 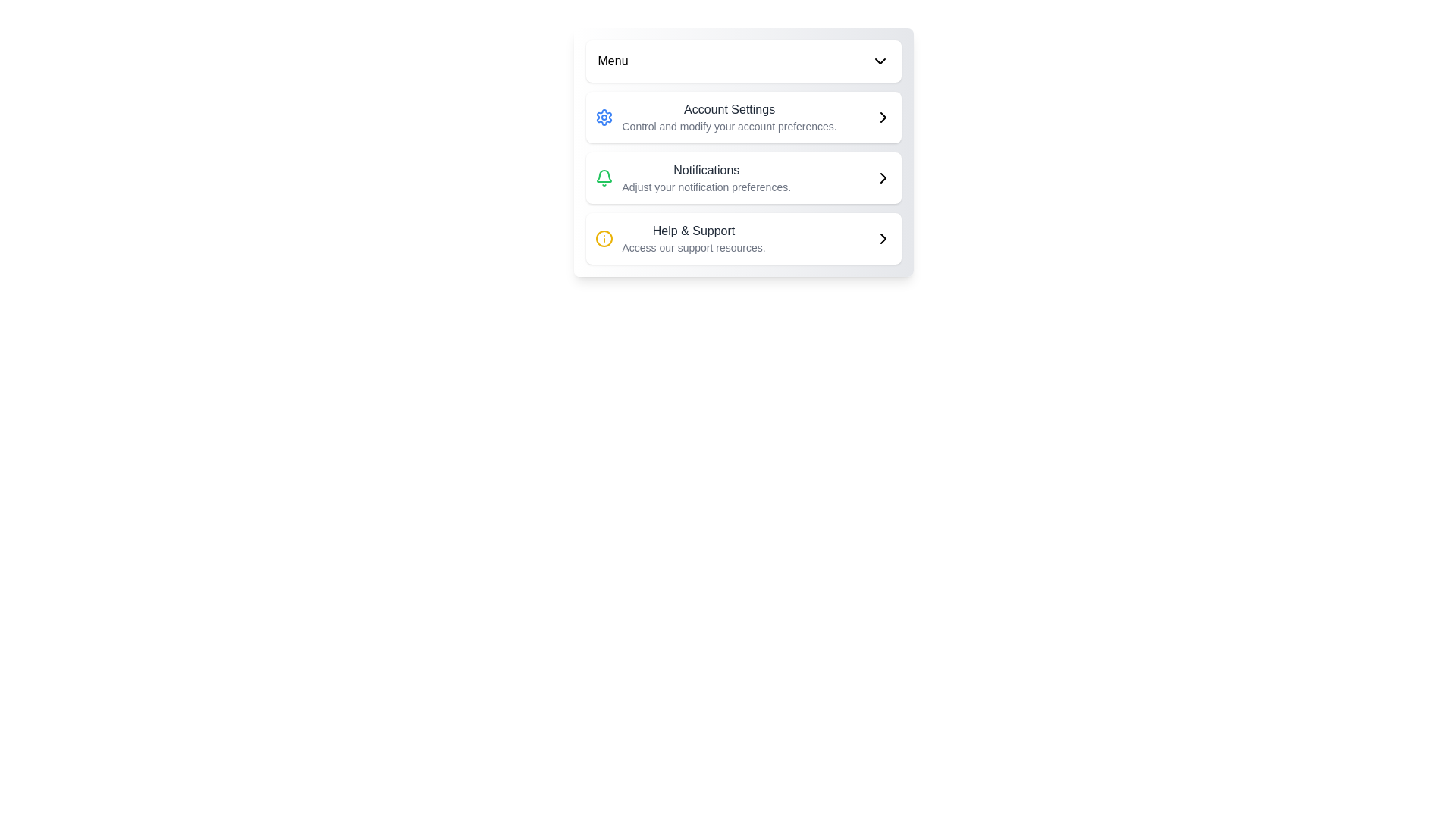 I want to click on the Chevron icon element, which is a right arrow styled with rounded edges, located on the right side of the 'Account Settings' section in the vertically stacked menu interface, so click(x=883, y=116).